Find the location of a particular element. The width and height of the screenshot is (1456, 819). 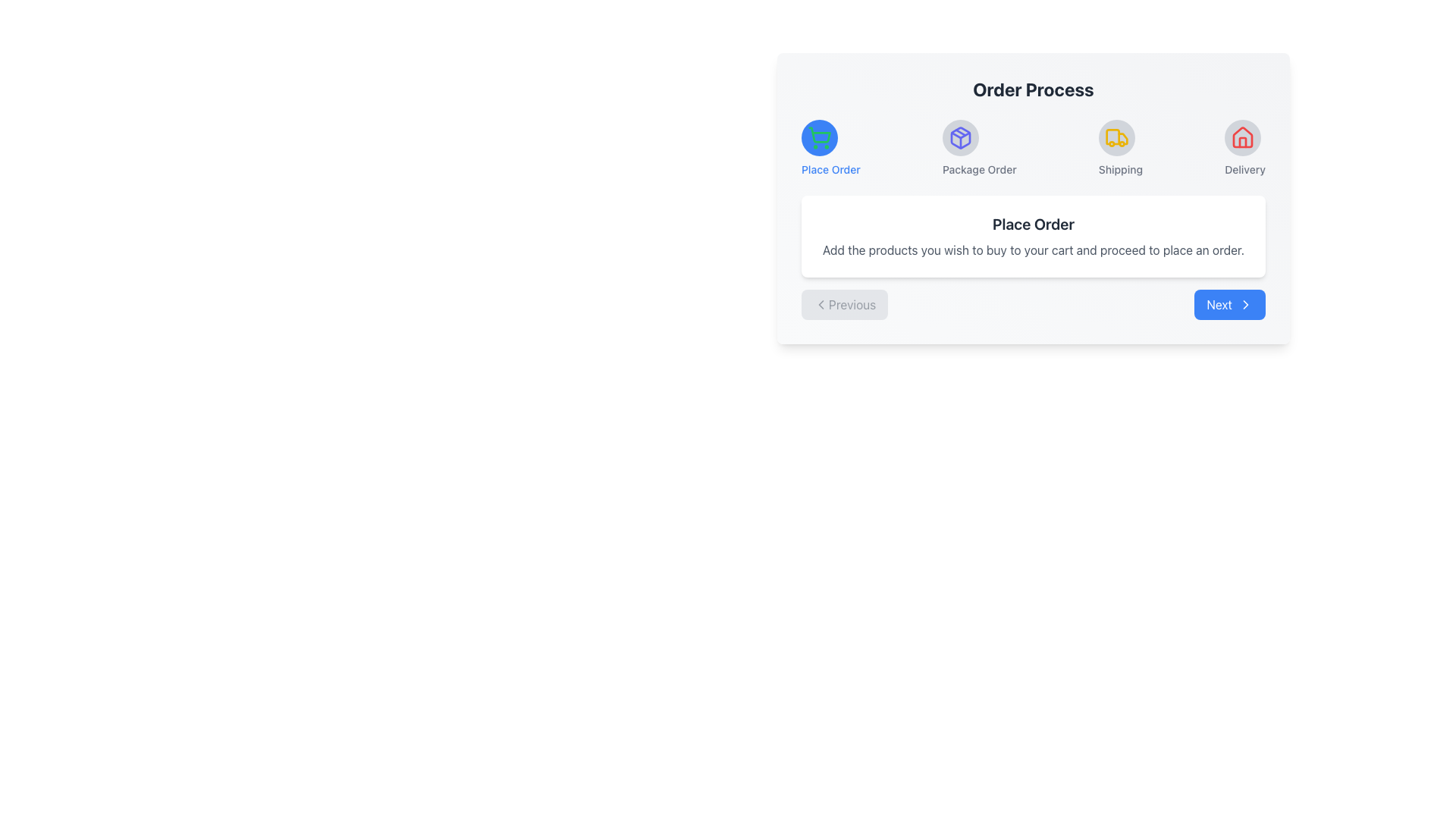

the 'Package Order' stage marker label is located at coordinates (979, 149).